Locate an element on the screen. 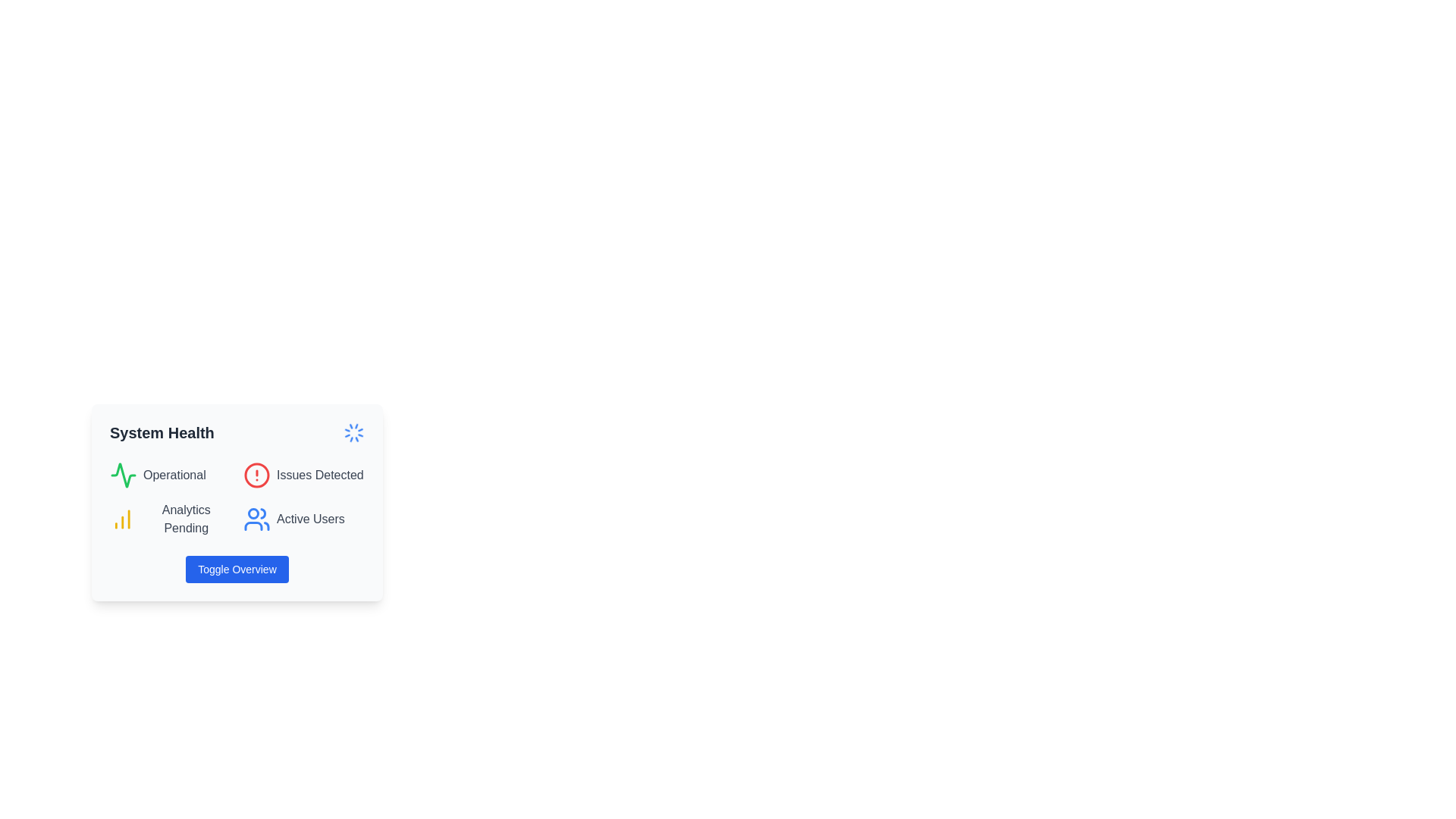 The height and width of the screenshot is (819, 1456). the text label indicating active users in the system, which is positioned below the 'System Health' label and to the right of an icon depicting user silhouettes is located at coordinates (309, 519).